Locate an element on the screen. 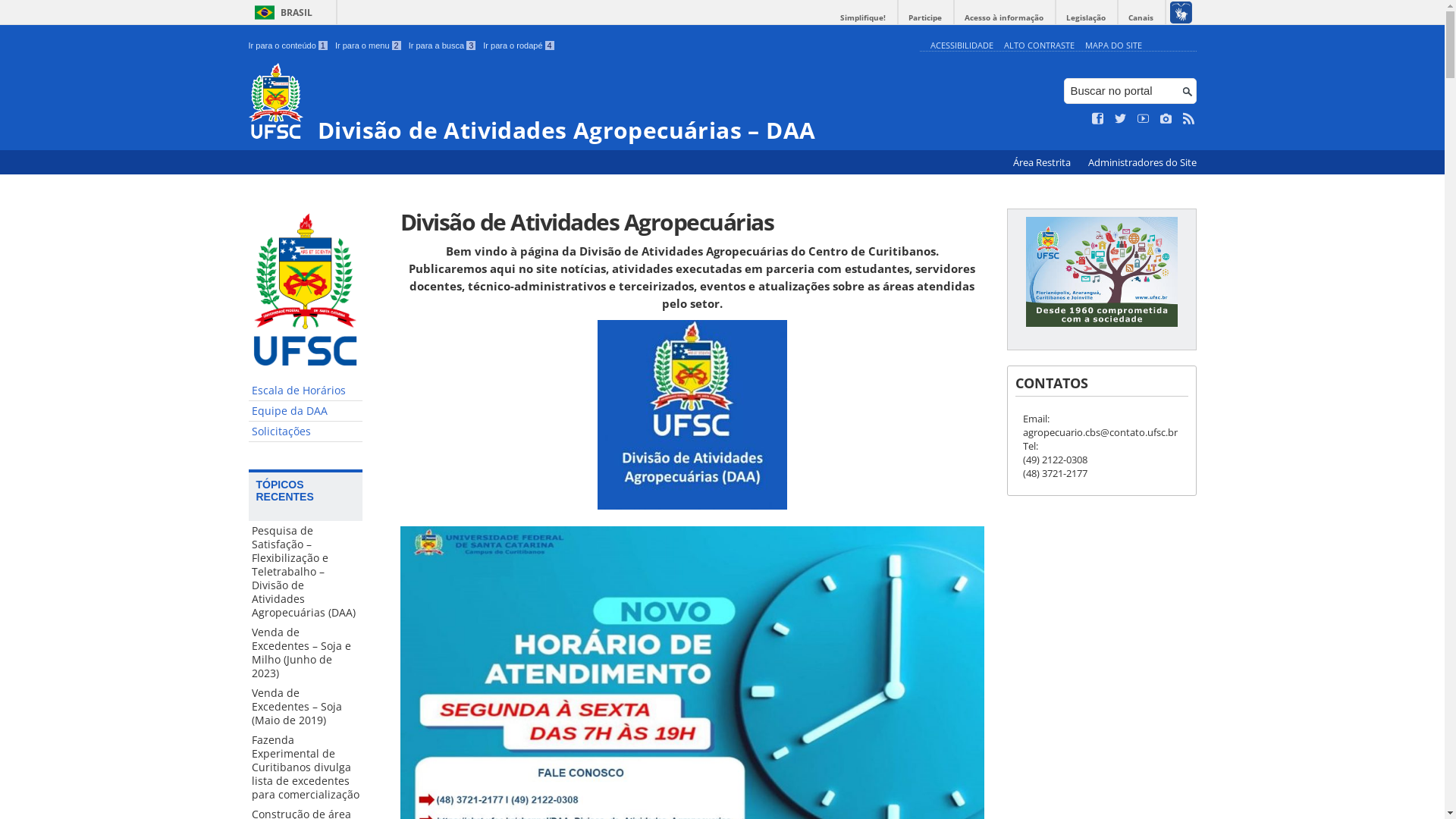  'Equipe da DAA' is located at coordinates (305, 411).